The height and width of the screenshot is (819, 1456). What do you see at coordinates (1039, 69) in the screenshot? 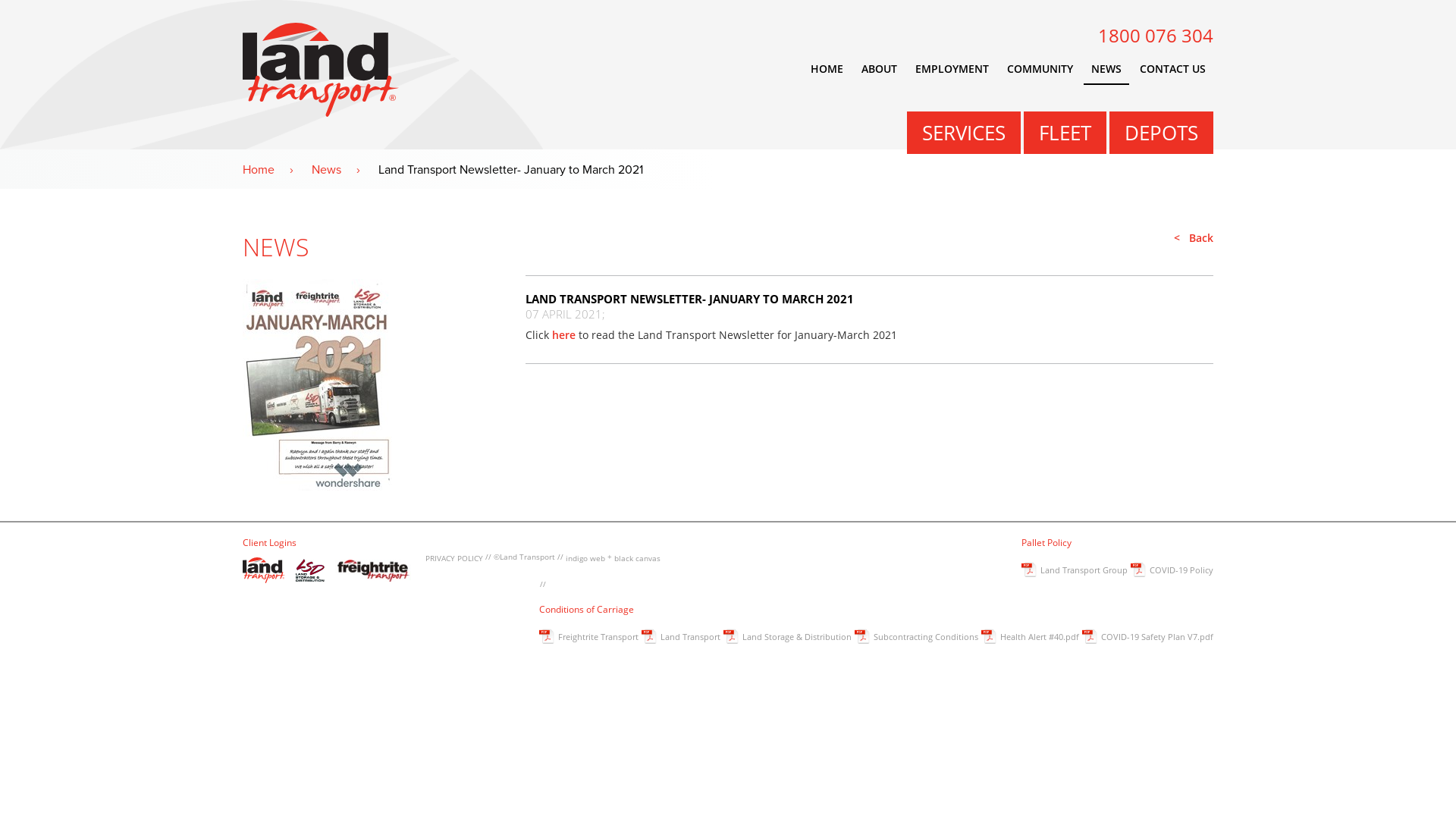
I see `'COMMUNITY'` at bounding box center [1039, 69].